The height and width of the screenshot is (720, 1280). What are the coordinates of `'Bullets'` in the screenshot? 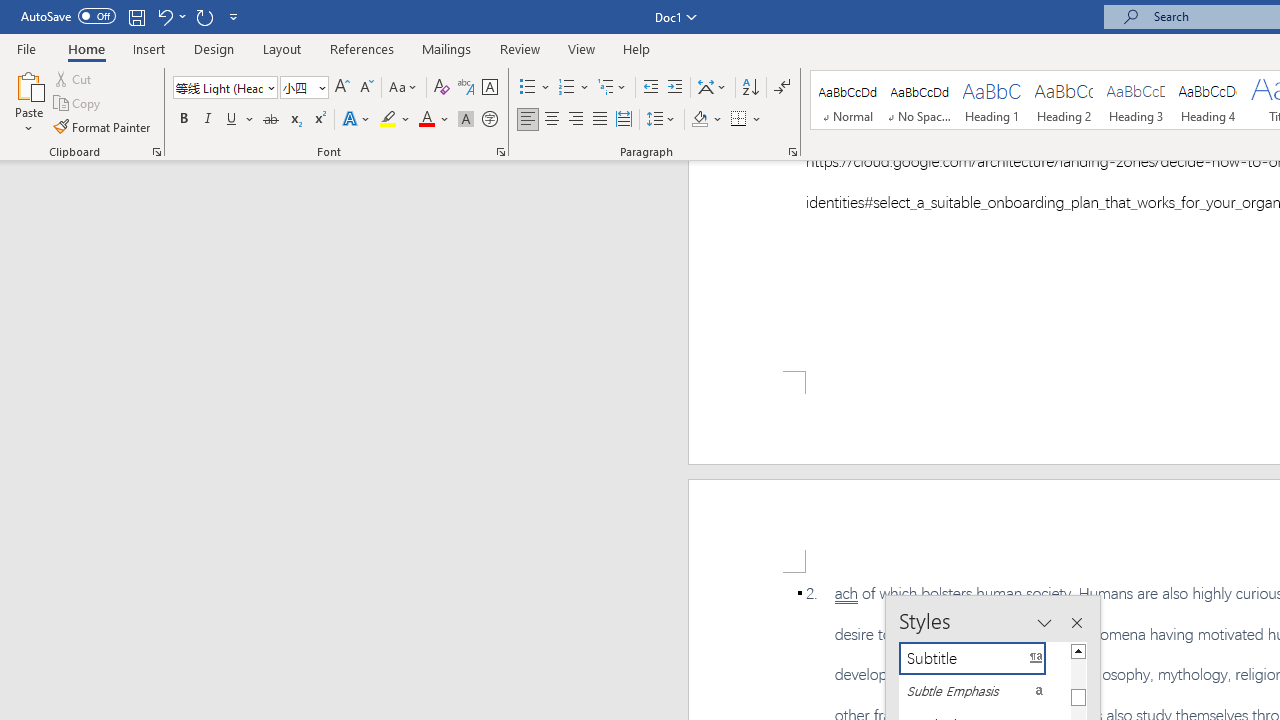 It's located at (535, 86).